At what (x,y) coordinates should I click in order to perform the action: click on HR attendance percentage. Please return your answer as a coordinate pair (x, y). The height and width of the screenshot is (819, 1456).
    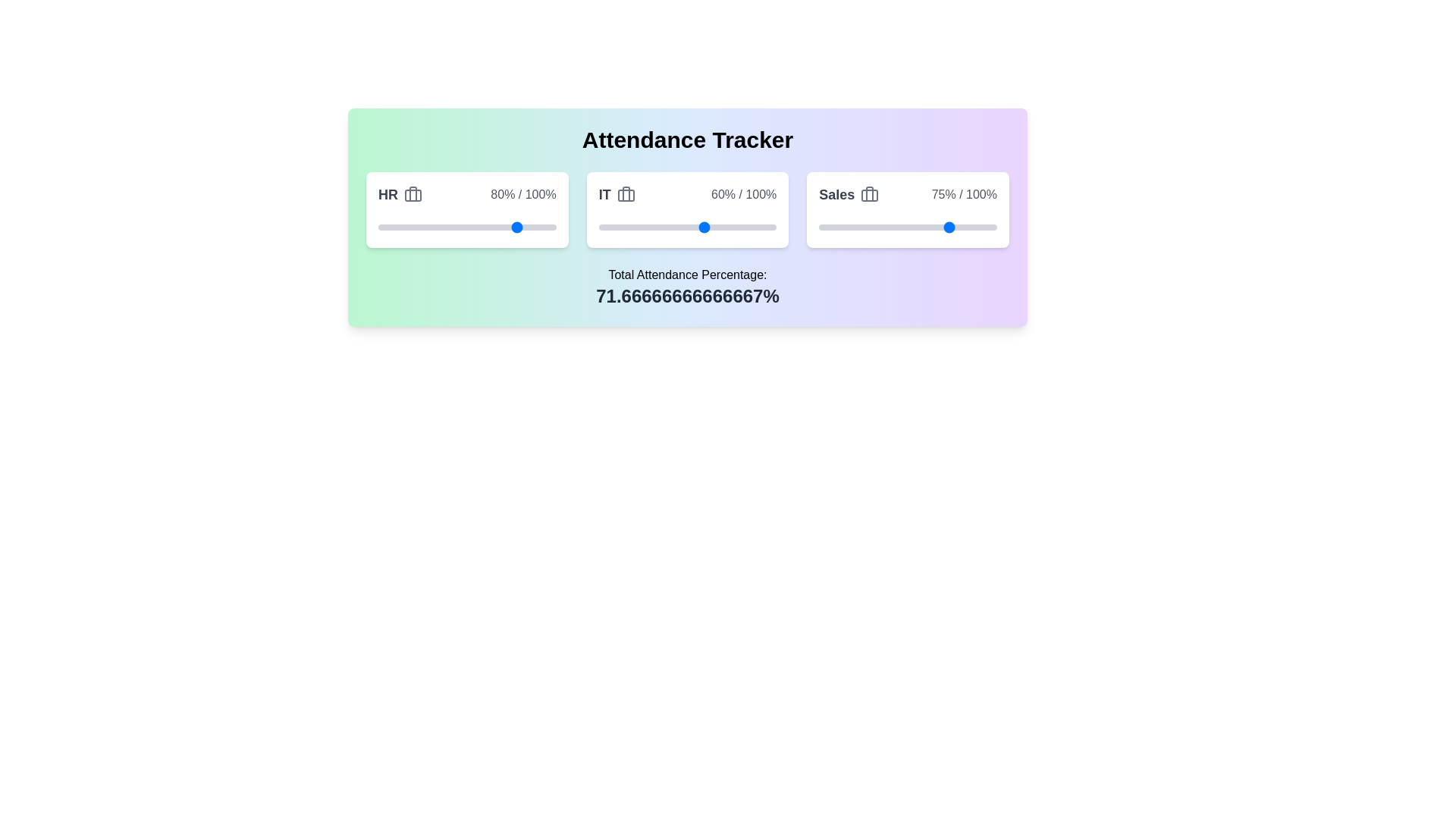
    Looking at the image, I should click on (392, 227).